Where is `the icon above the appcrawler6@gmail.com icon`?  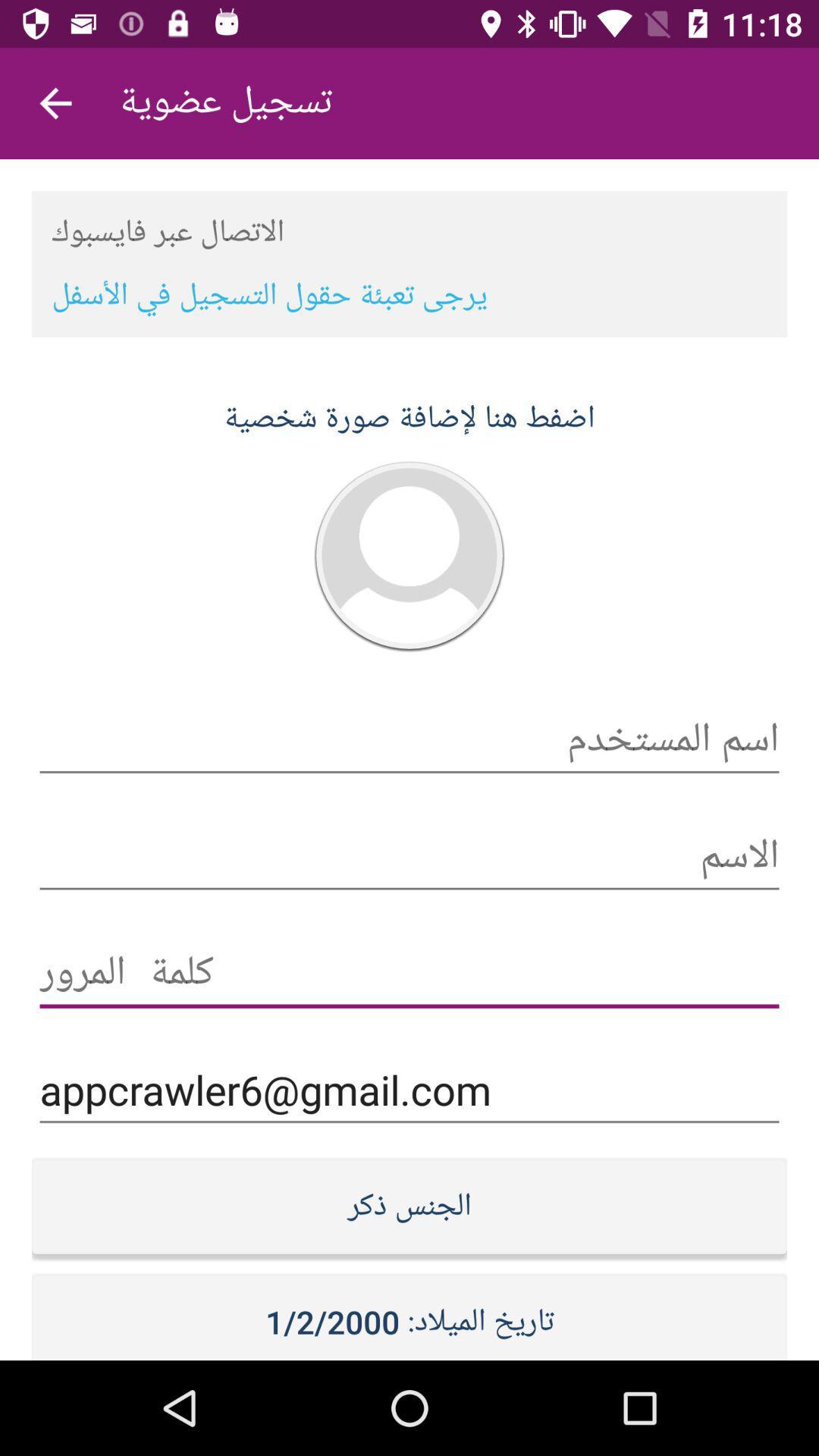
the icon above the appcrawler6@gmail.com icon is located at coordinates (409, 973).